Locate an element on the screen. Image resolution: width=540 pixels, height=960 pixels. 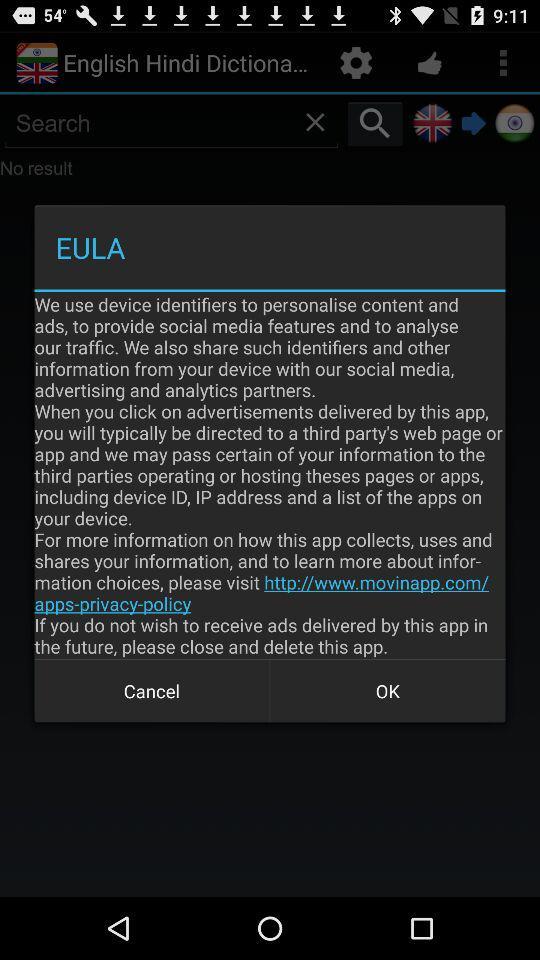
ok item is located at coordinates (387, 691).